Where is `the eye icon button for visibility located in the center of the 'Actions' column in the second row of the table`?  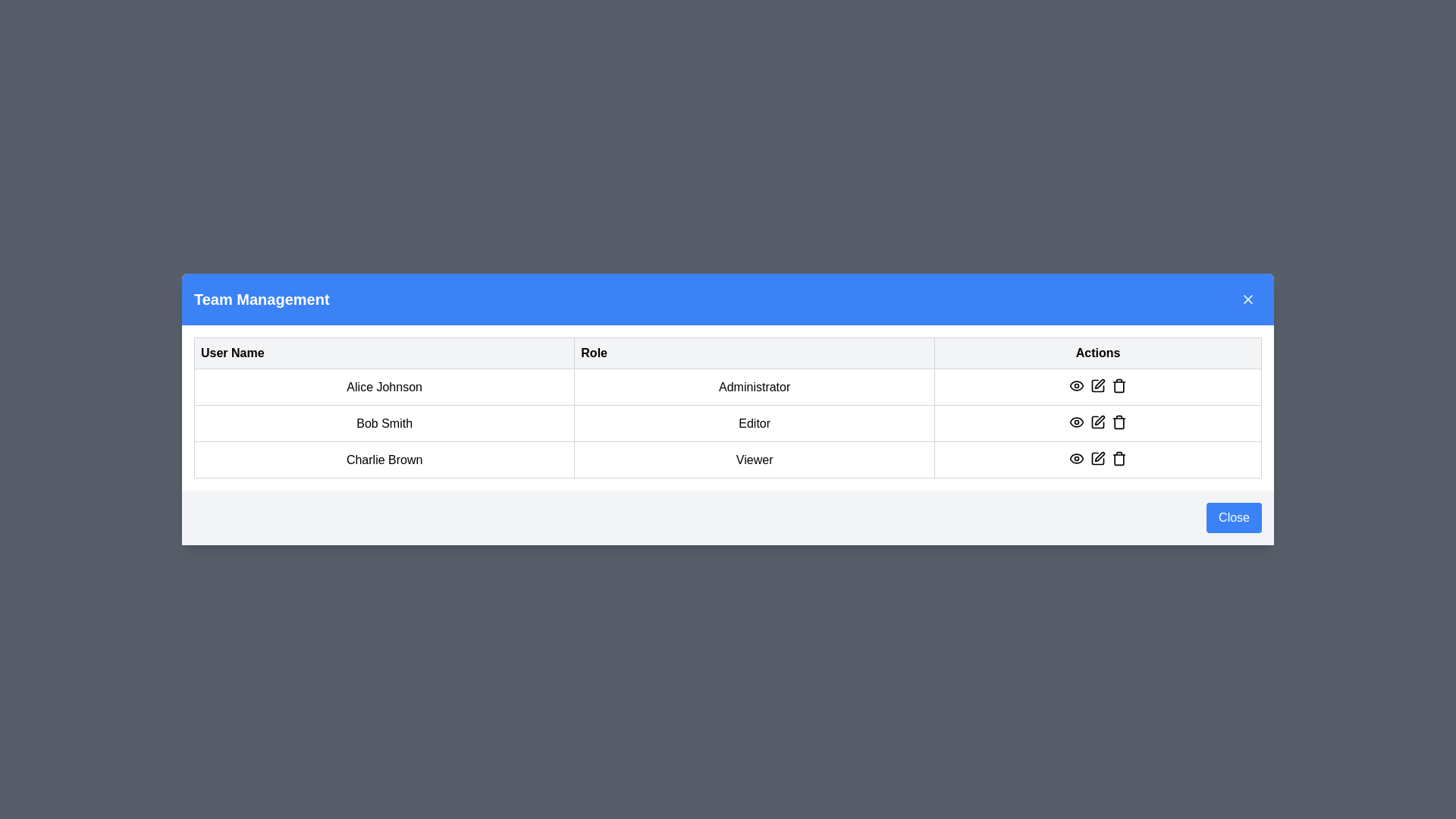 the eye icon button for visibility located in the center of the 'Actions' column in the second row of the table is located at coordinates (1076, 422).